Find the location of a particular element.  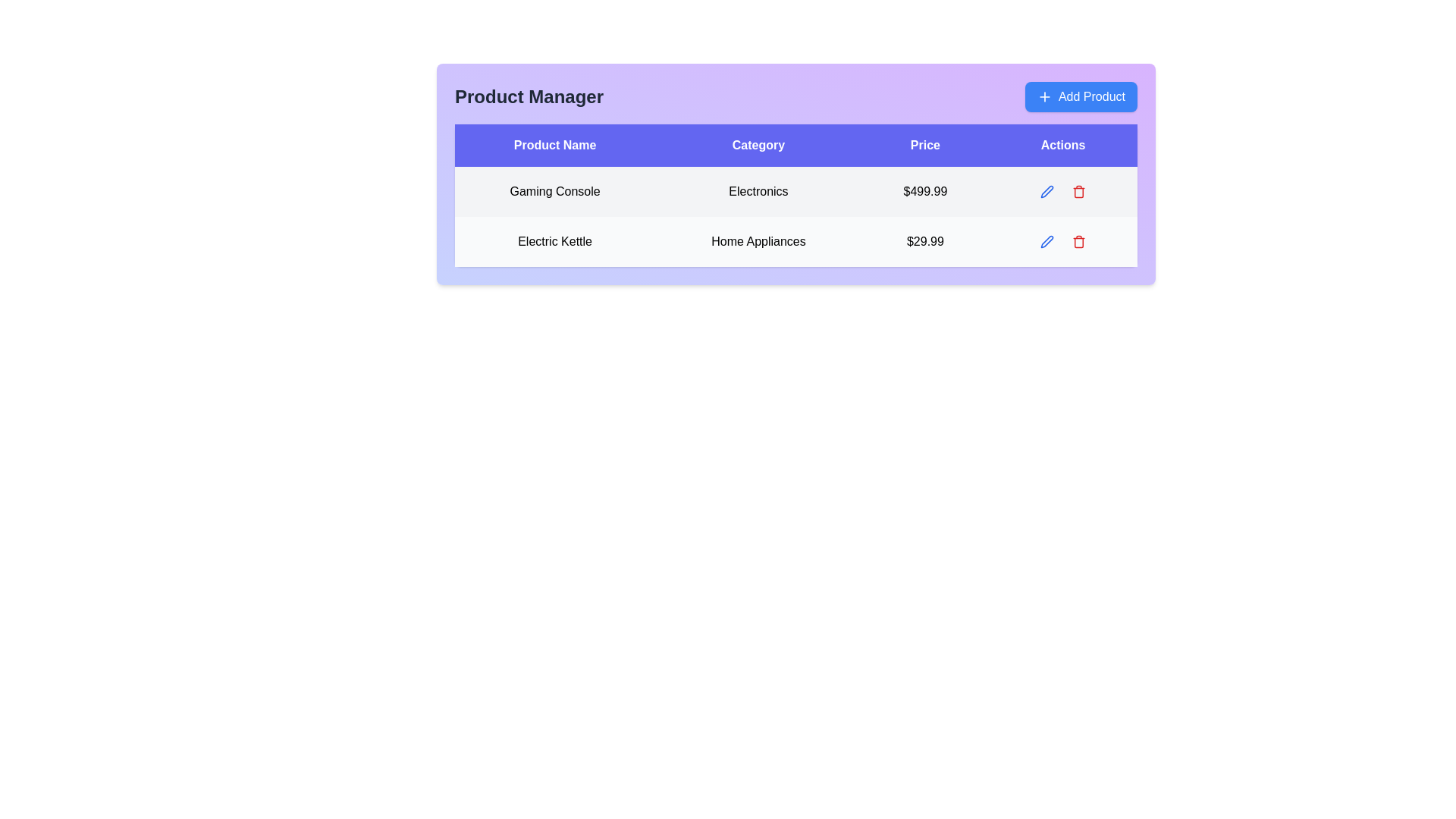

the bold, large-sized text label reading 'Product Manager' with a dark gray color on a light purple background, located in the top-left region of the interface is located at coordinates (529, 96).